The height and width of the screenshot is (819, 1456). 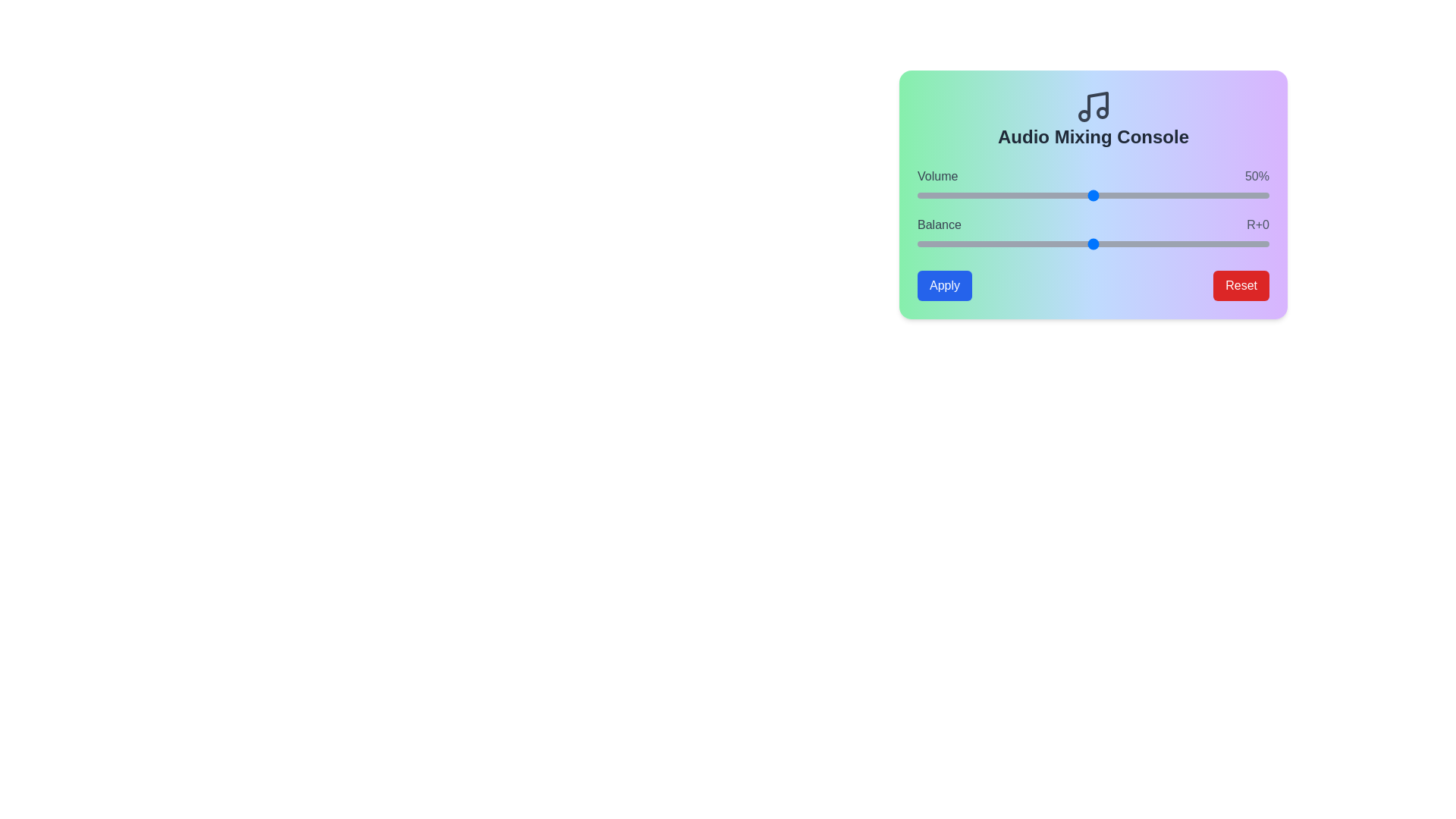 What do you see at coordinates (1241, 286) in the screenshot?
I see `the 'Reset' button` at bounding box center [1241, 286].